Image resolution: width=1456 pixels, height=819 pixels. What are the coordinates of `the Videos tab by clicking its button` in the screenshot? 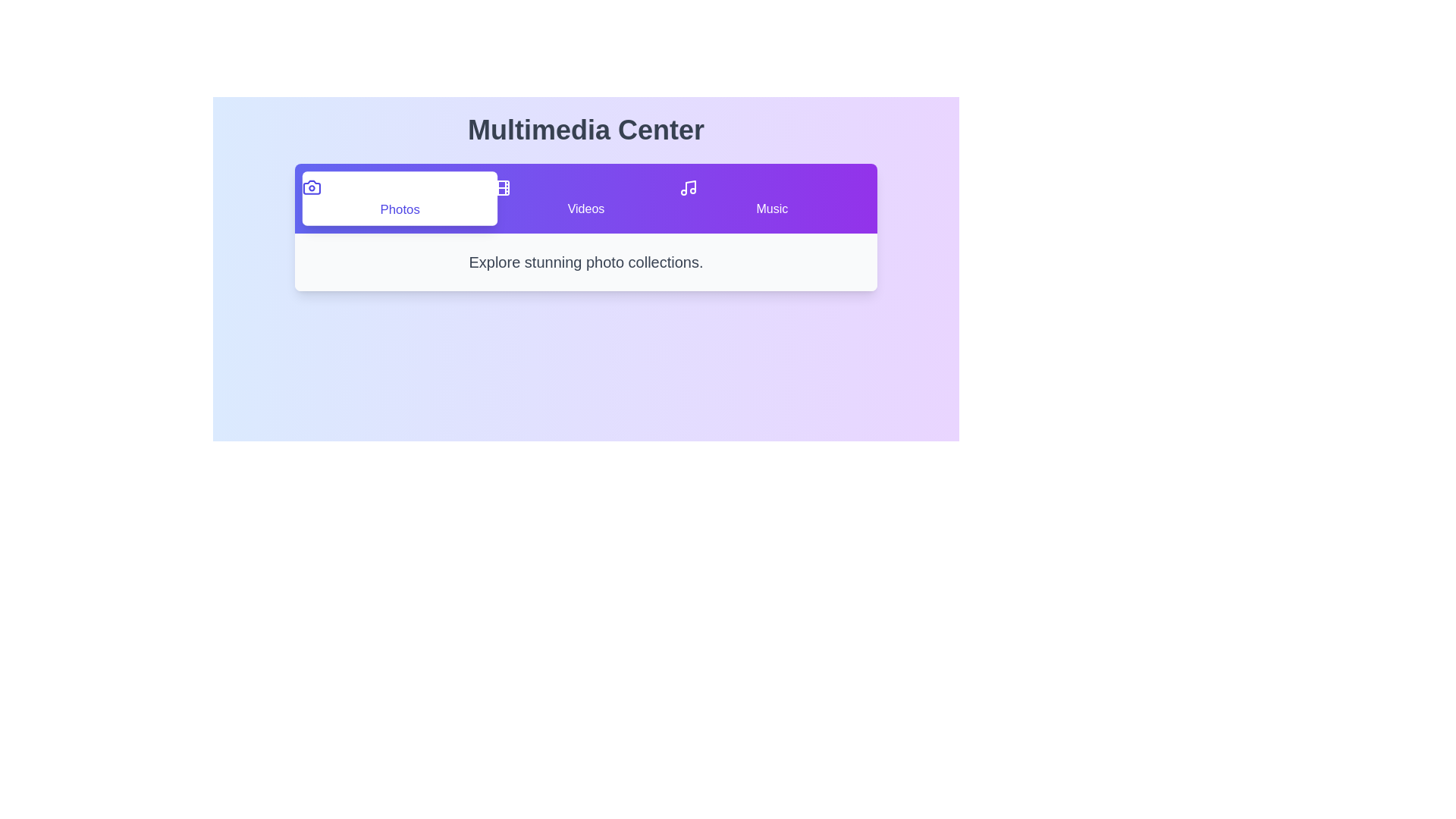 It's located at (585, 198).